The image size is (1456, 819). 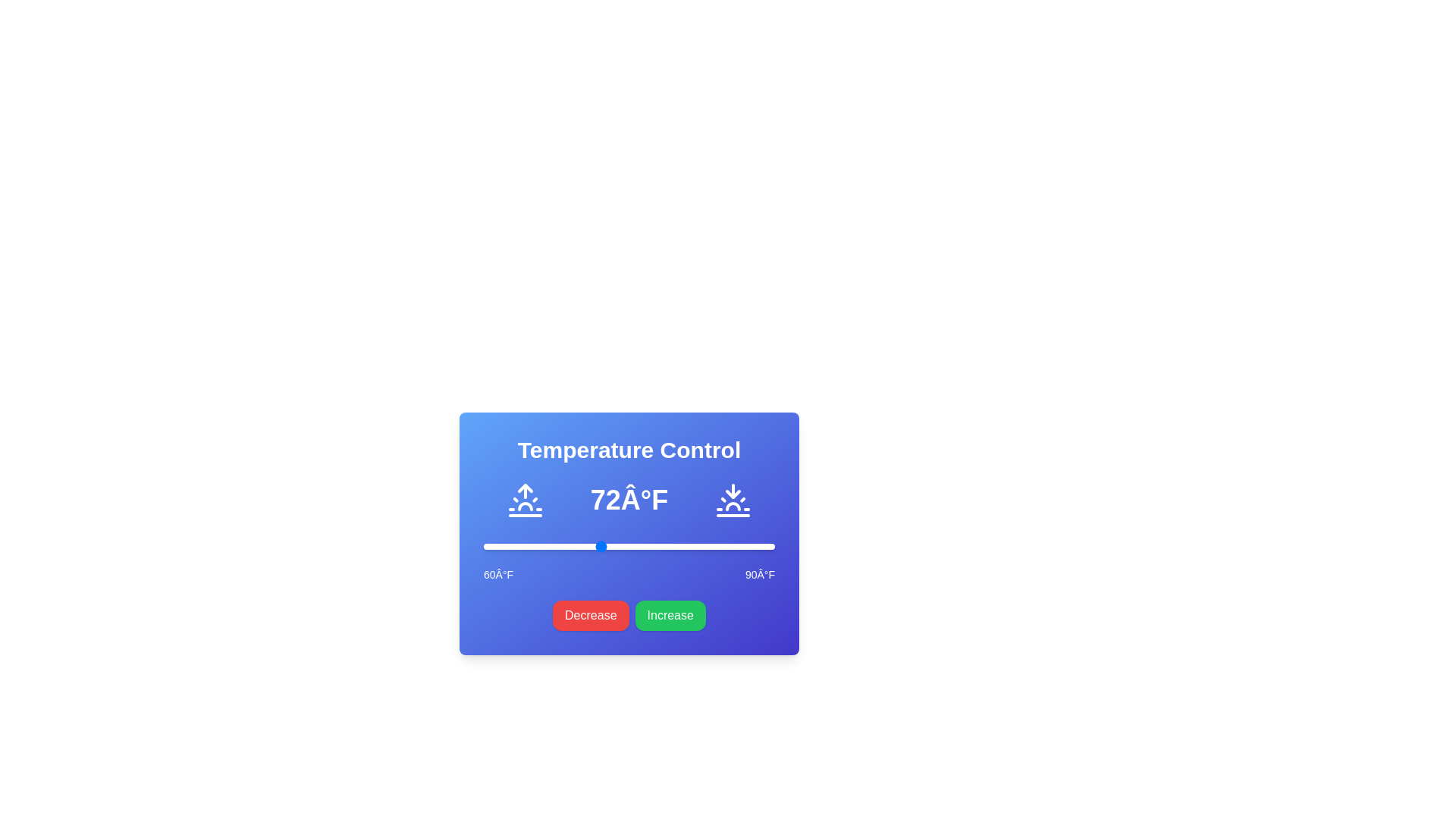 I want to click on the temperature to 80°F using the slider, so click(x=676, y=547).